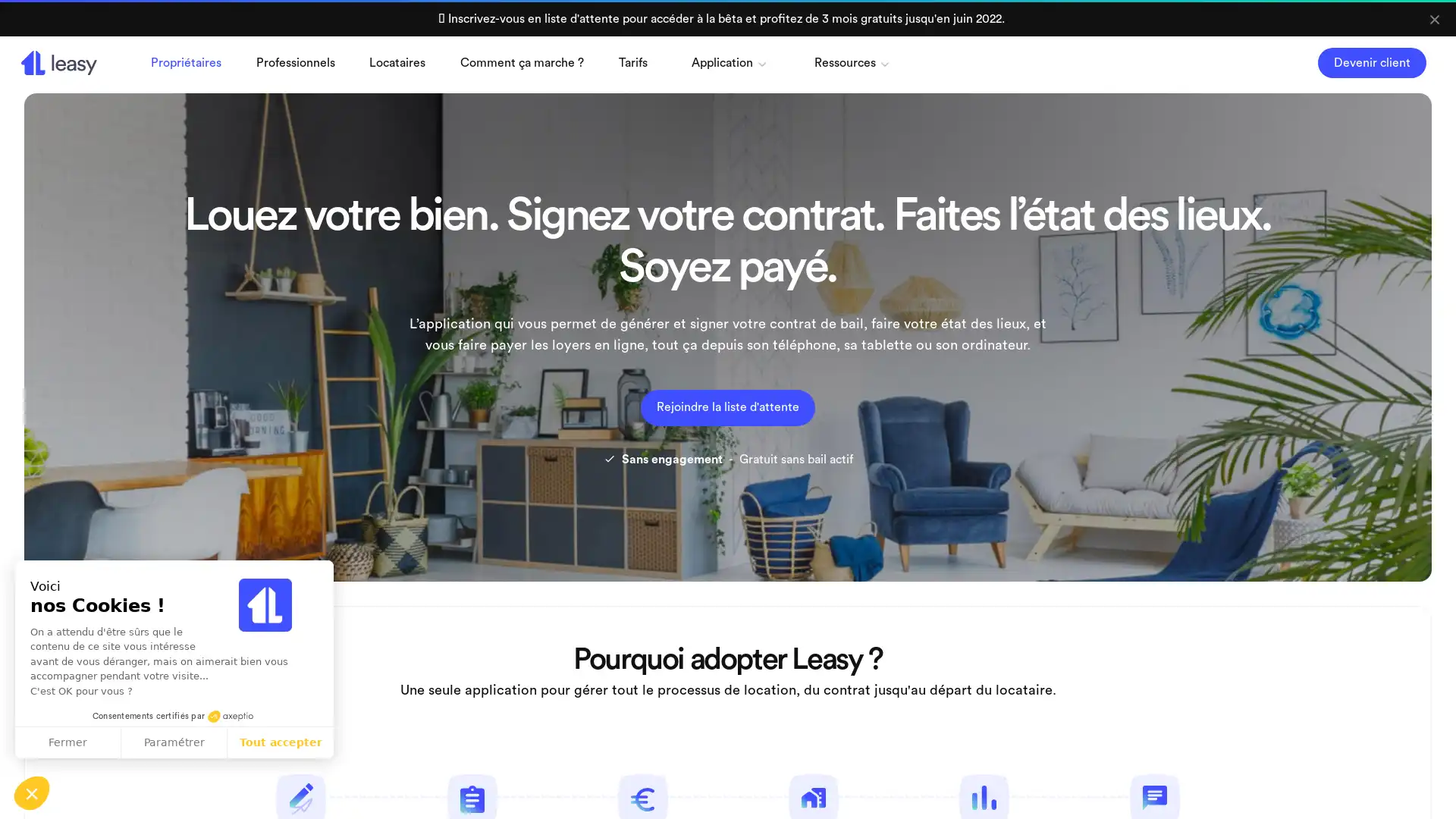 The height and width of the screenshot is (819, 1456). I want to click on Continuer sans accepter, so click(32, 792).